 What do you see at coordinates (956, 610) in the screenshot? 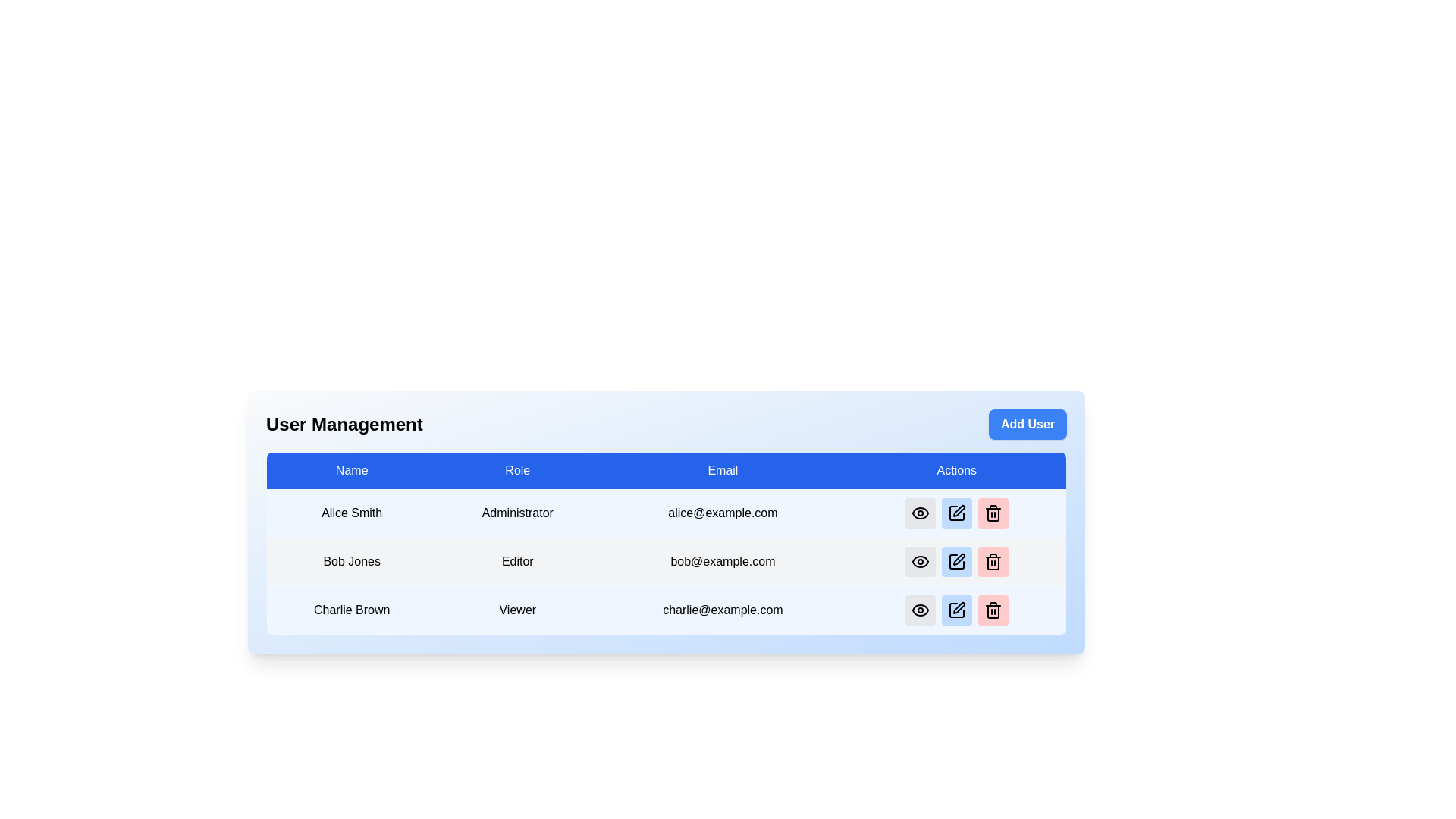
I see `the edit button for the 'Charlie Brown' entry` at bounding box center [956, 610].